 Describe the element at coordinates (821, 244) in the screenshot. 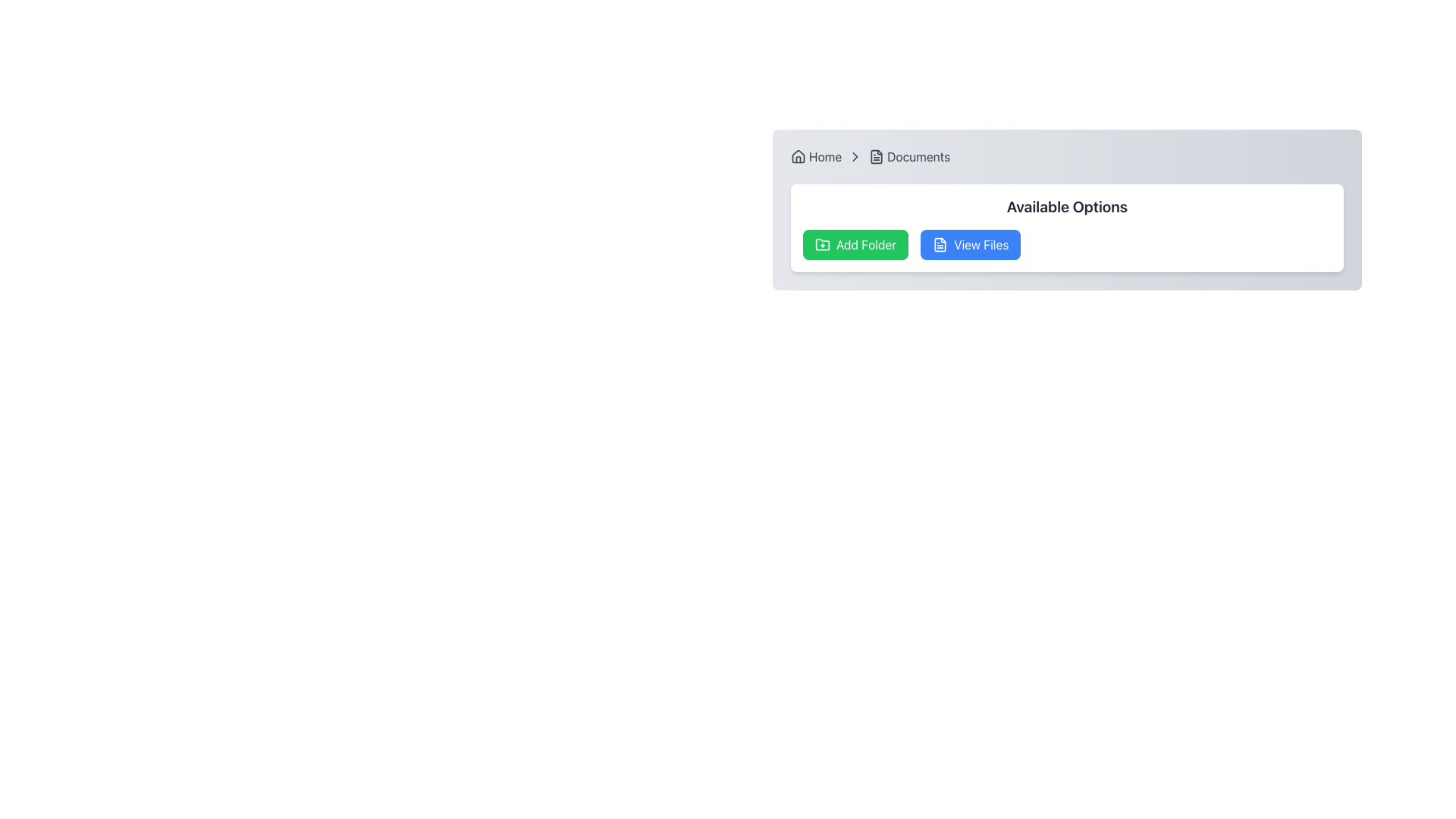

I see `the green rectangular button containing the small folder icon with a '+' symbol, located to the left of the 'Add Folder' text` at that location.